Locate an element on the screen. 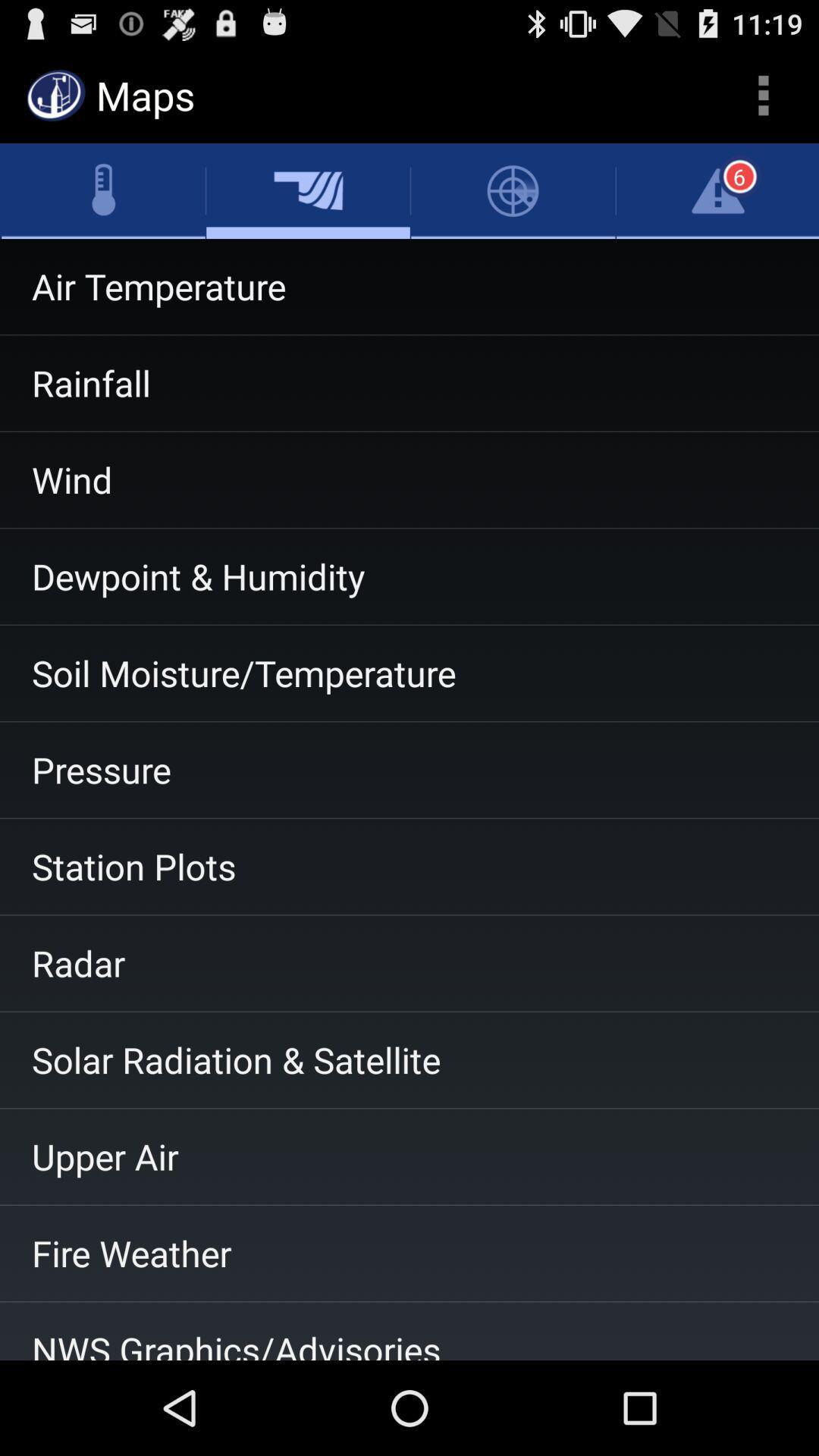 The width and height of the screenshot is (819, 1456). the symbol next to temperature symbol is located at coordinates (307, 190).